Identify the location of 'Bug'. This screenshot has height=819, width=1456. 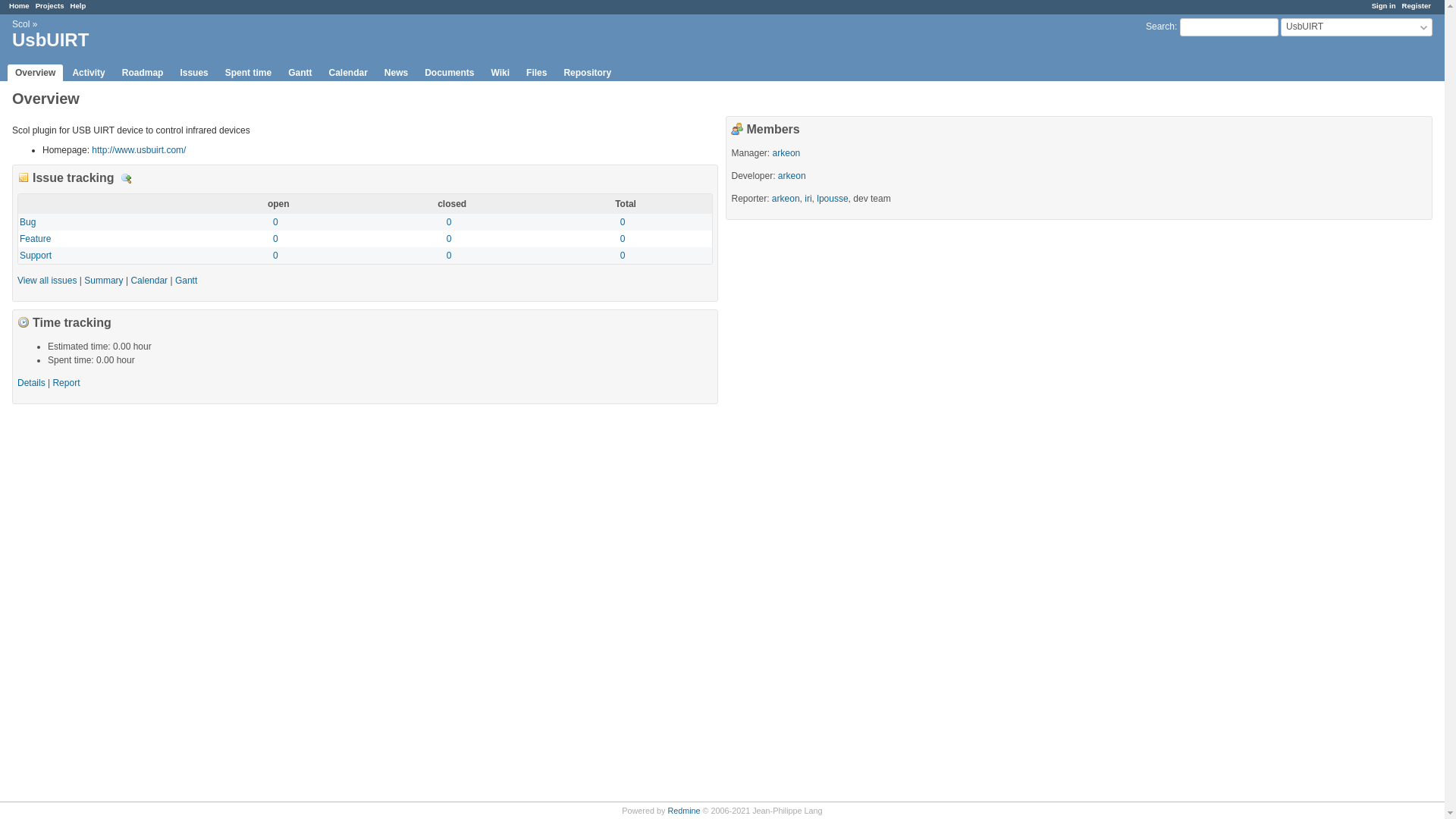
(27, 222).